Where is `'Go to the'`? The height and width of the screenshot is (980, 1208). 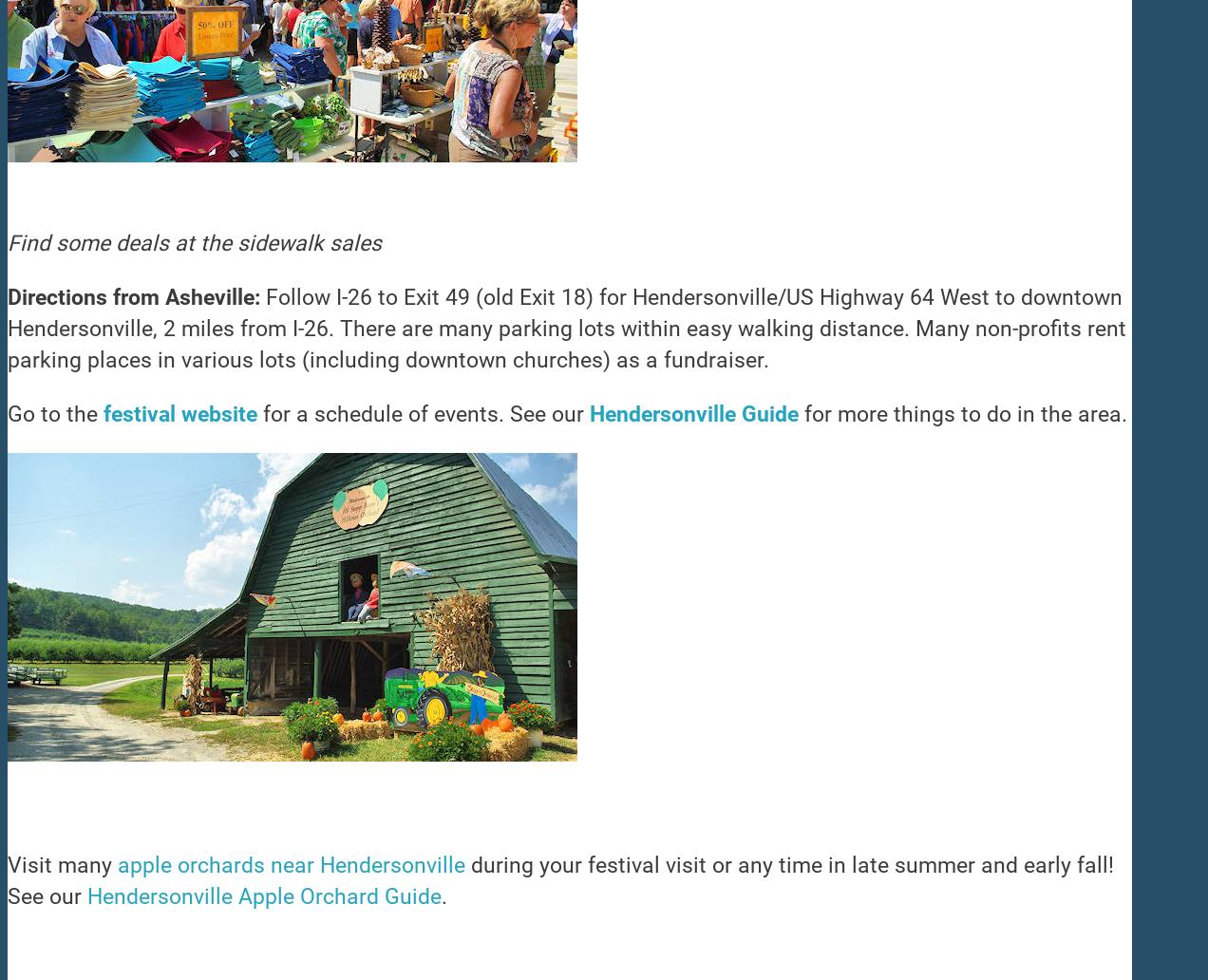 'Go to the' is located at coordinates (55, 413).